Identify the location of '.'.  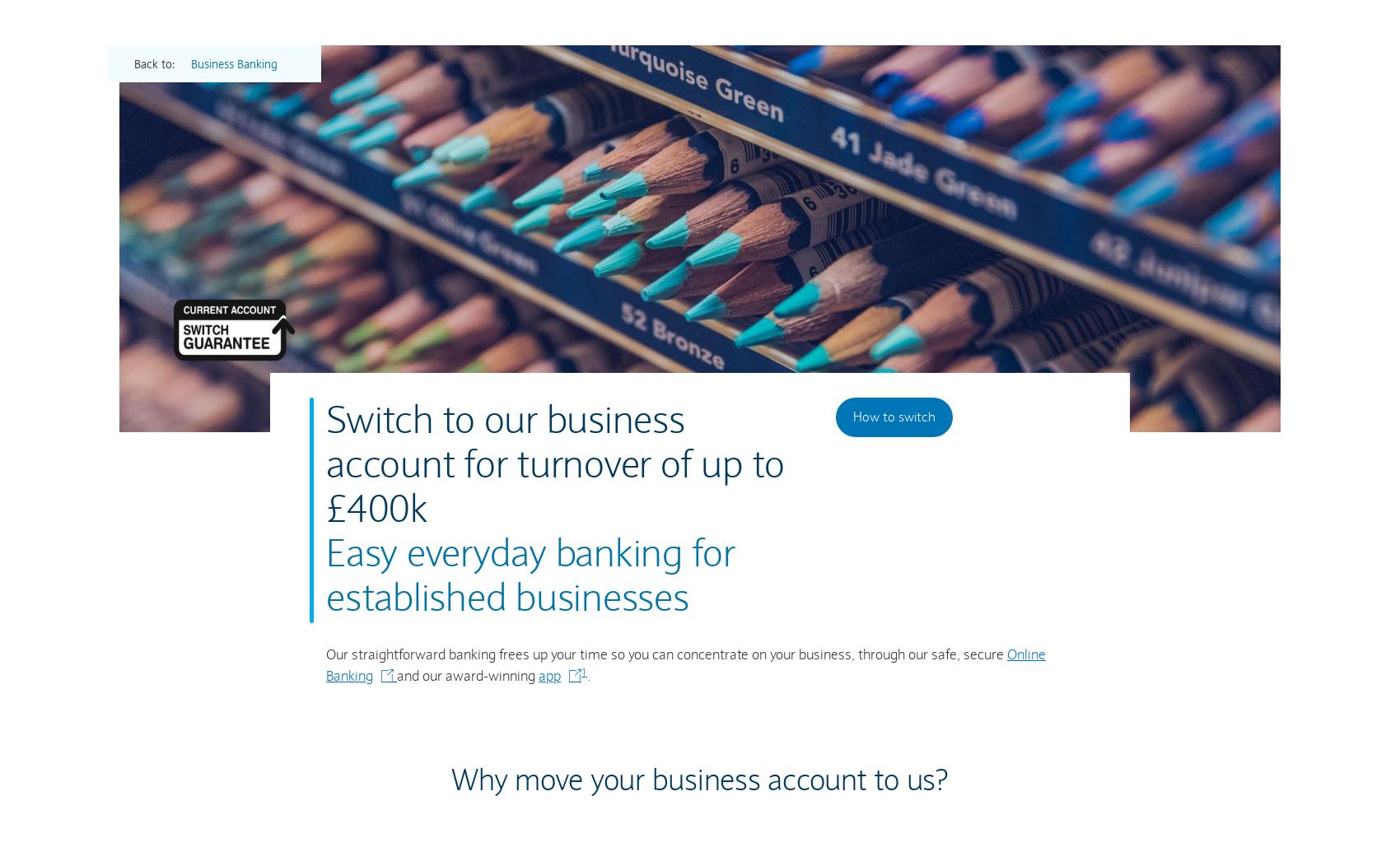
(1170, 777).